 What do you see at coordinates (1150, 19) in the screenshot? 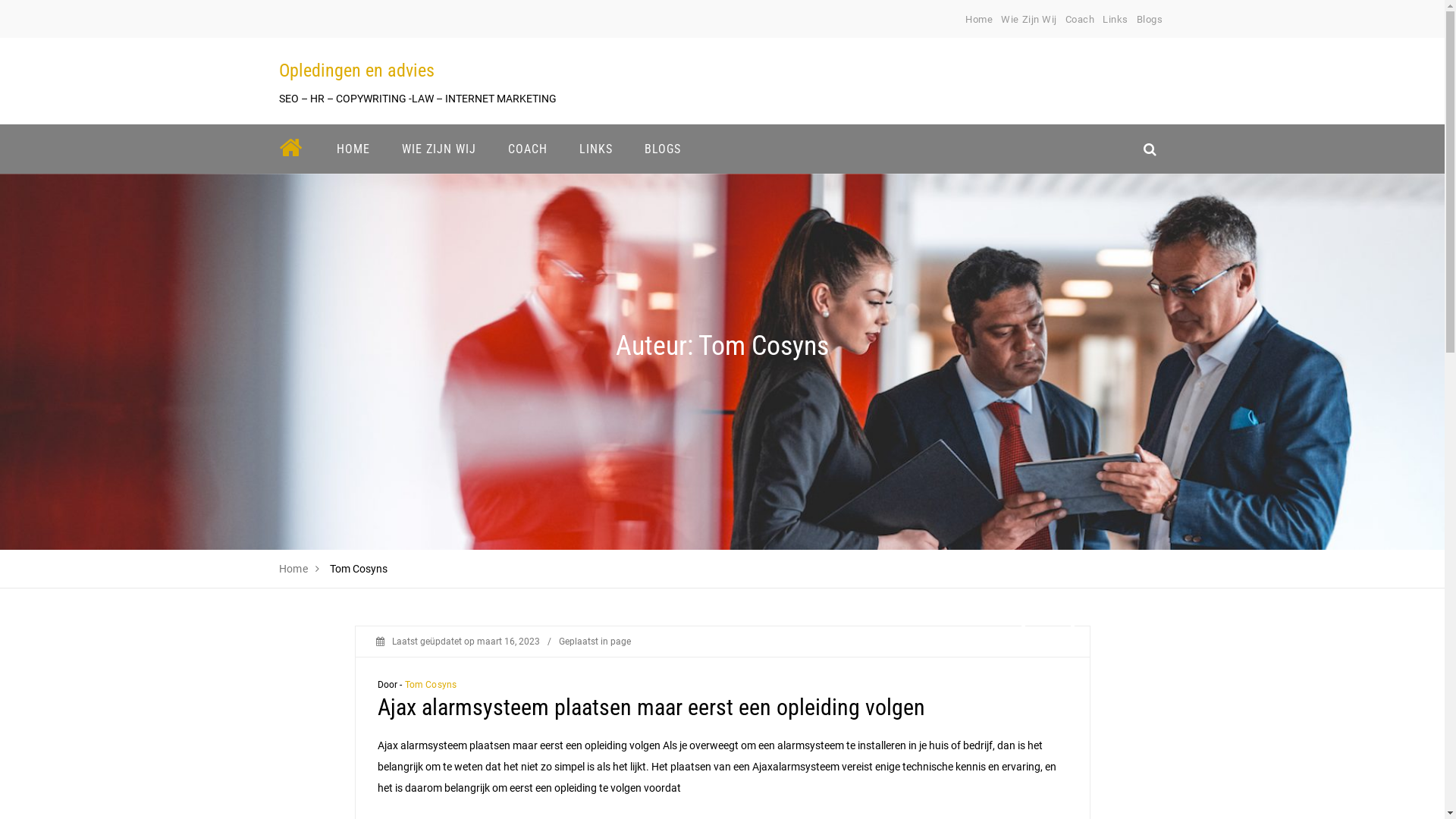
I see `'Blogs'` at bounding box center [1150, 19].